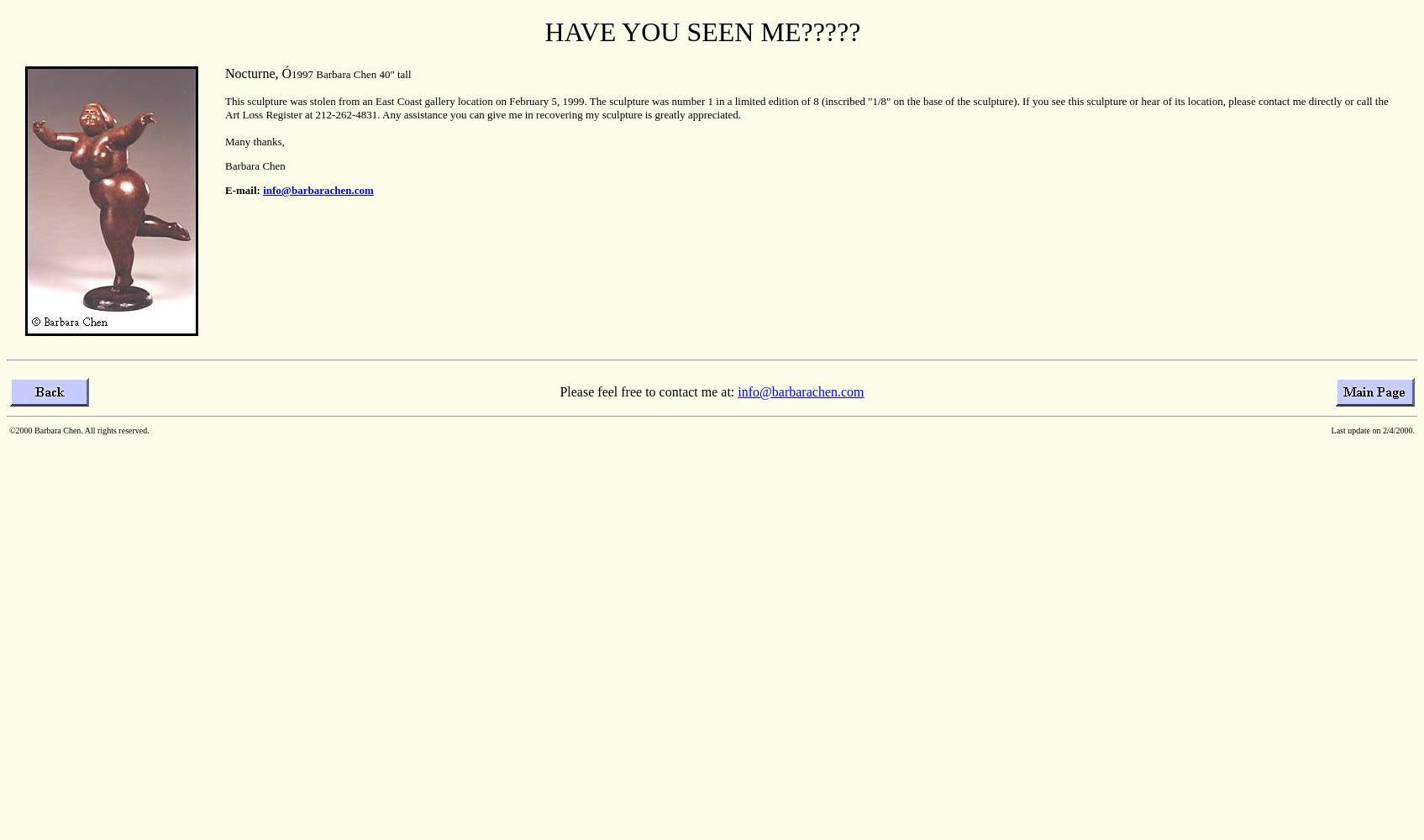 The height and width of the screenshot is (840, 1424). What do you see at coordinates (648, 390) in the screenshot?
I see `'Please feel free to contact me at:'` at bounding box center [648, 390].